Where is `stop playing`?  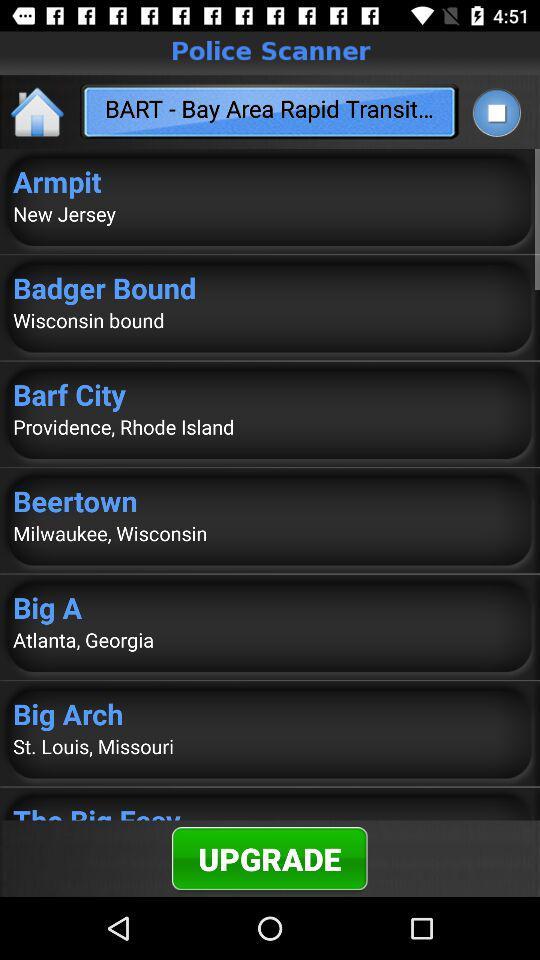 stop playing is located at coordinates (495, 112).